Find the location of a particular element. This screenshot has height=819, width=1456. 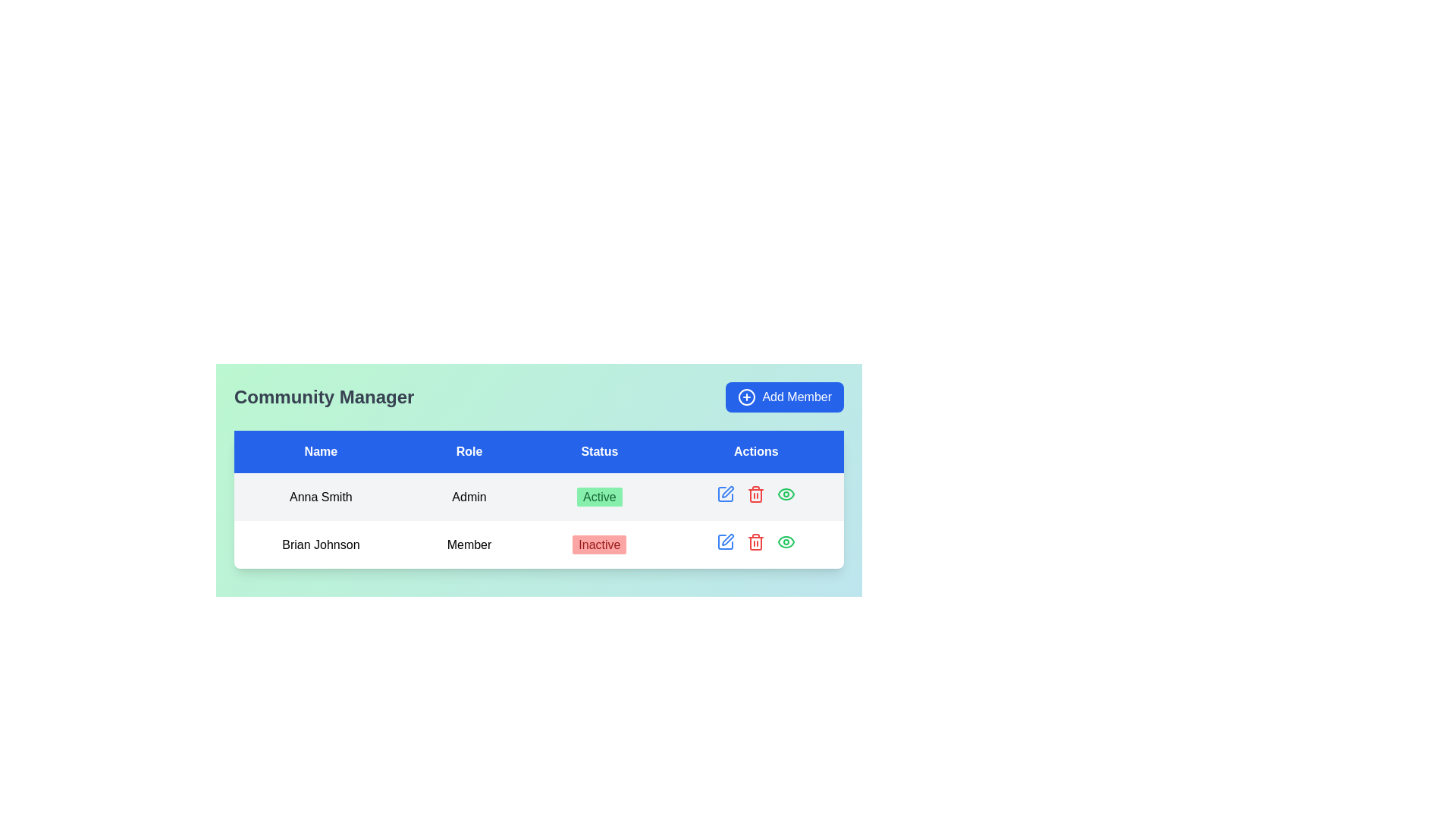

the header text reading 'Community Manager', which is prominently displayed in bold, large dark gray font at the top-left of the header section, above the user details table is located at coordinates (323, 397).